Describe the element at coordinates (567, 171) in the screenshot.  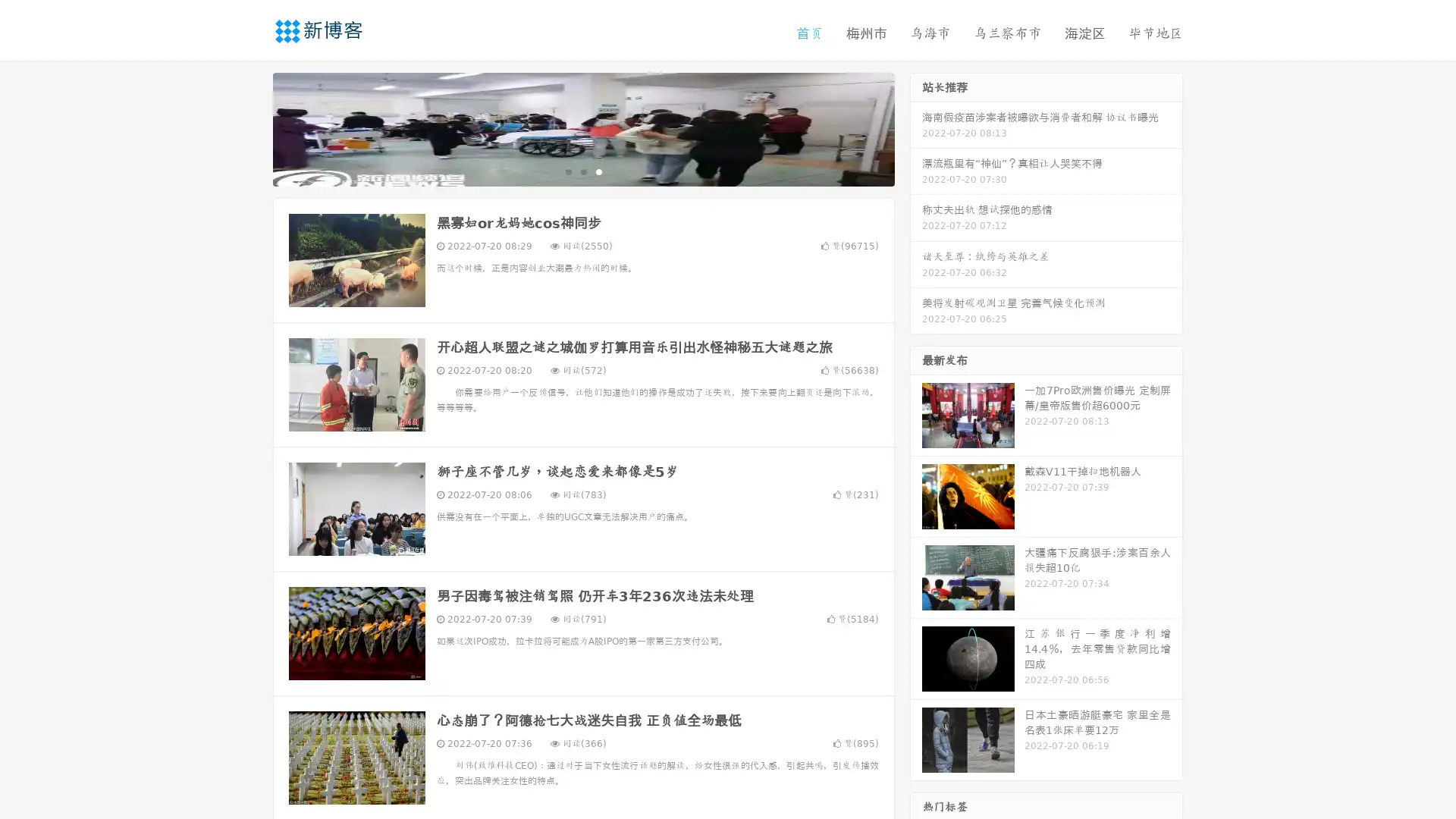
I see `Go to slide 1` at that location.